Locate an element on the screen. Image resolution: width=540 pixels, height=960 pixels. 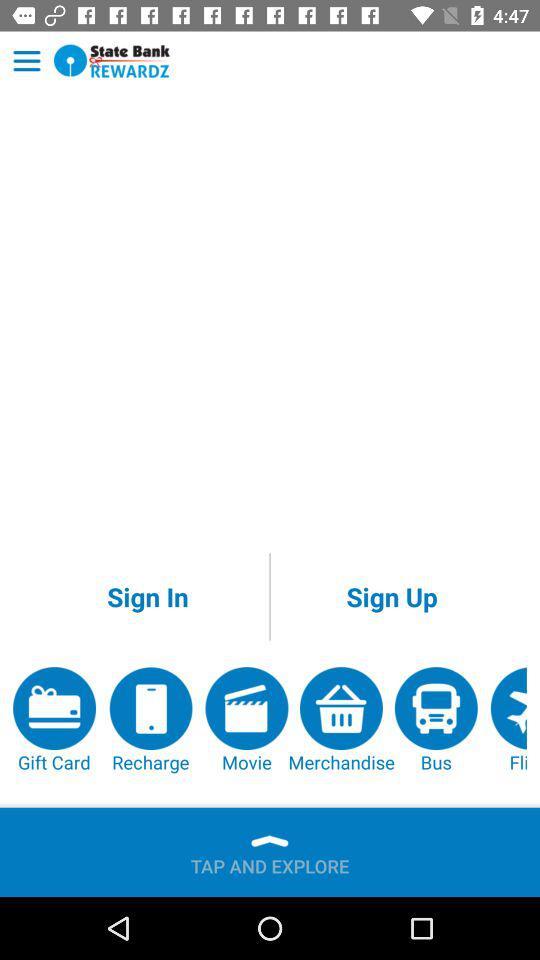
state bank logo is located at coordinates (112, 61).